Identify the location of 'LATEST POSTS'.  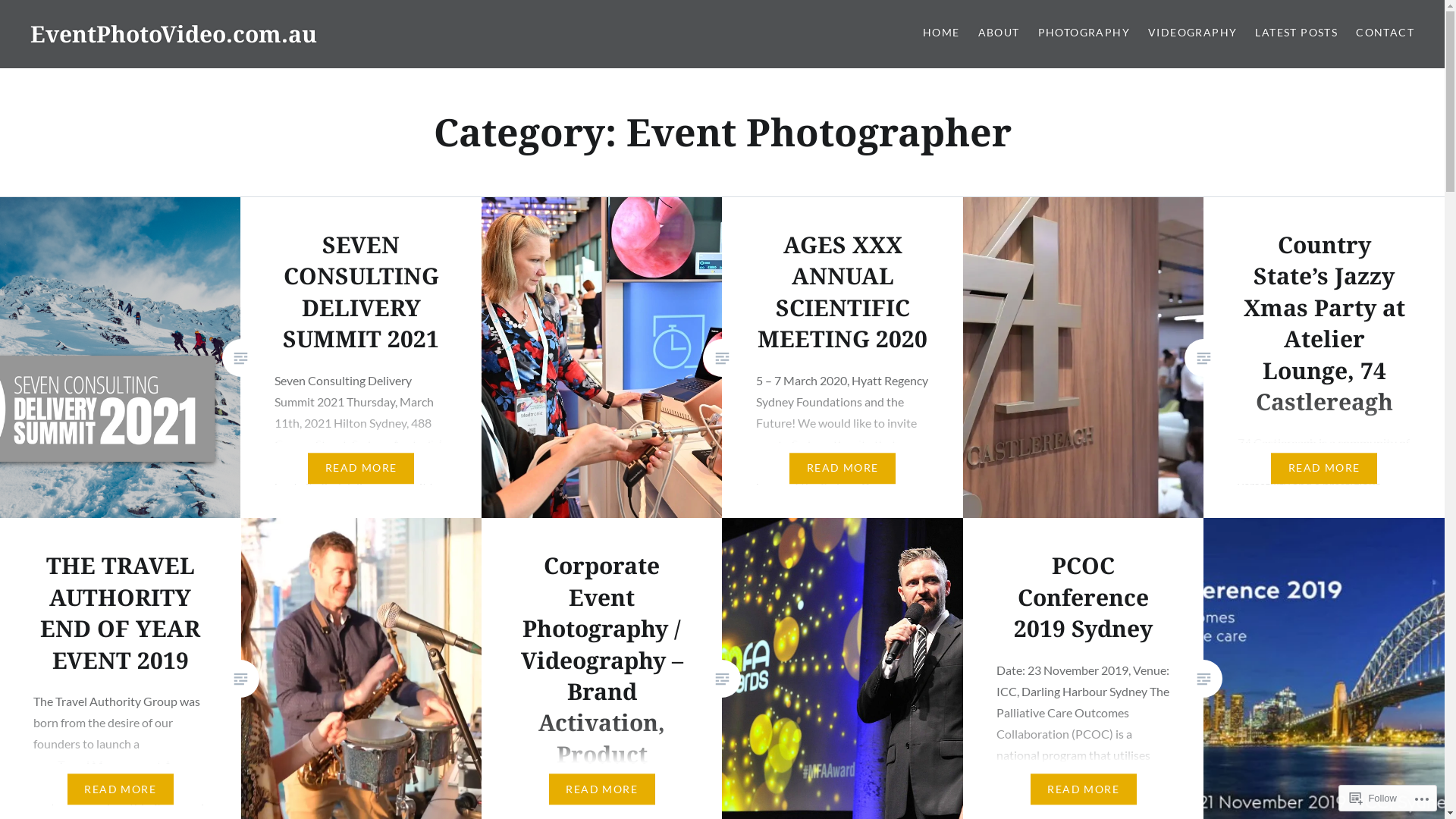
(1295, 33).